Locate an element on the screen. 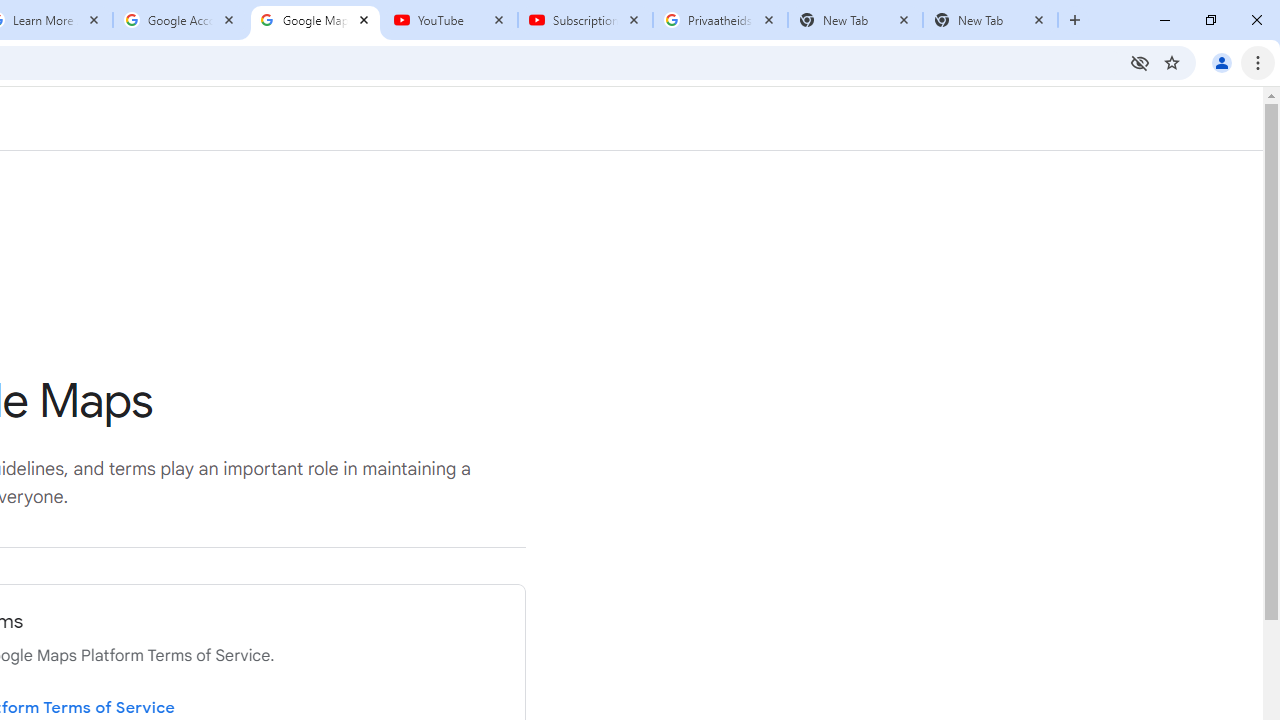 This screenshot has width=1280, height=720. 'Subscriptions - YouTube' is located at coordinates (584, 20).